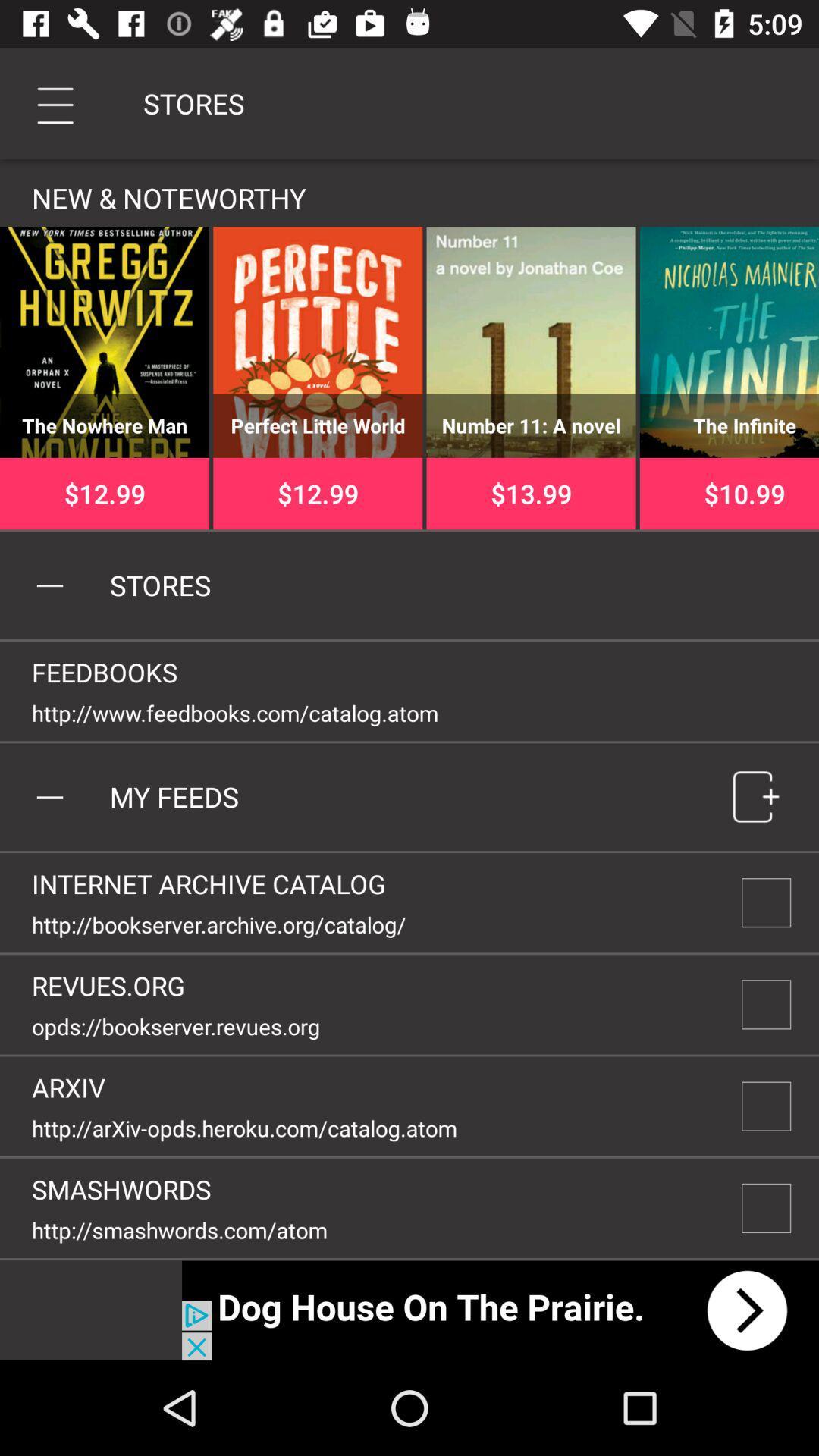 This screenshot has width=819, height=1456. What do you see at coordinates (500, 1310) in the screenshot?
I see `advertisement click option` at bounding box center [500, 1310].